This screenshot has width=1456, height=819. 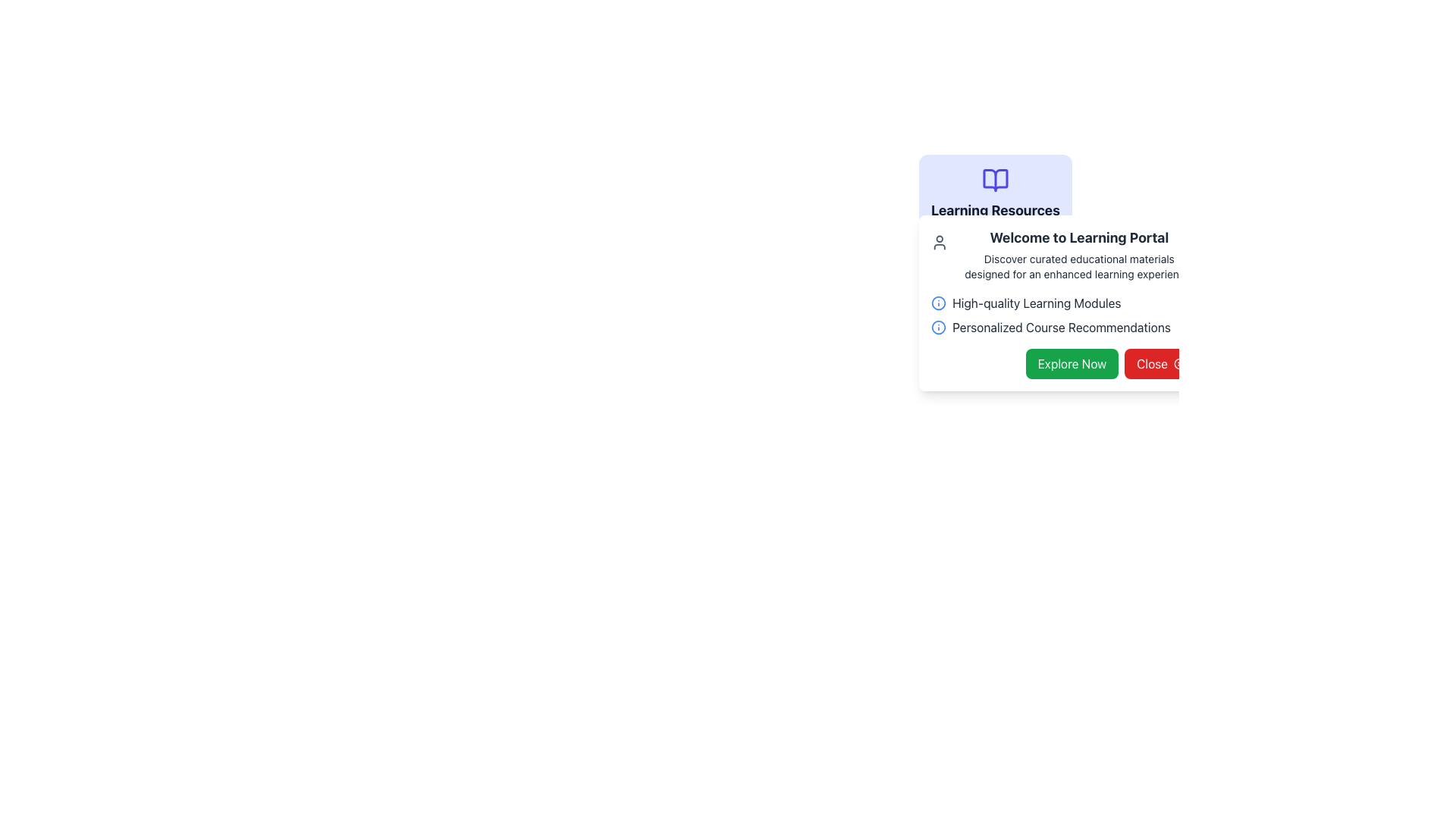 I want to click on the static text element that provides an introduction to the Learning Portal, located in the upper section of a popup card, beneath an icon, so click(x=1064, y=253).